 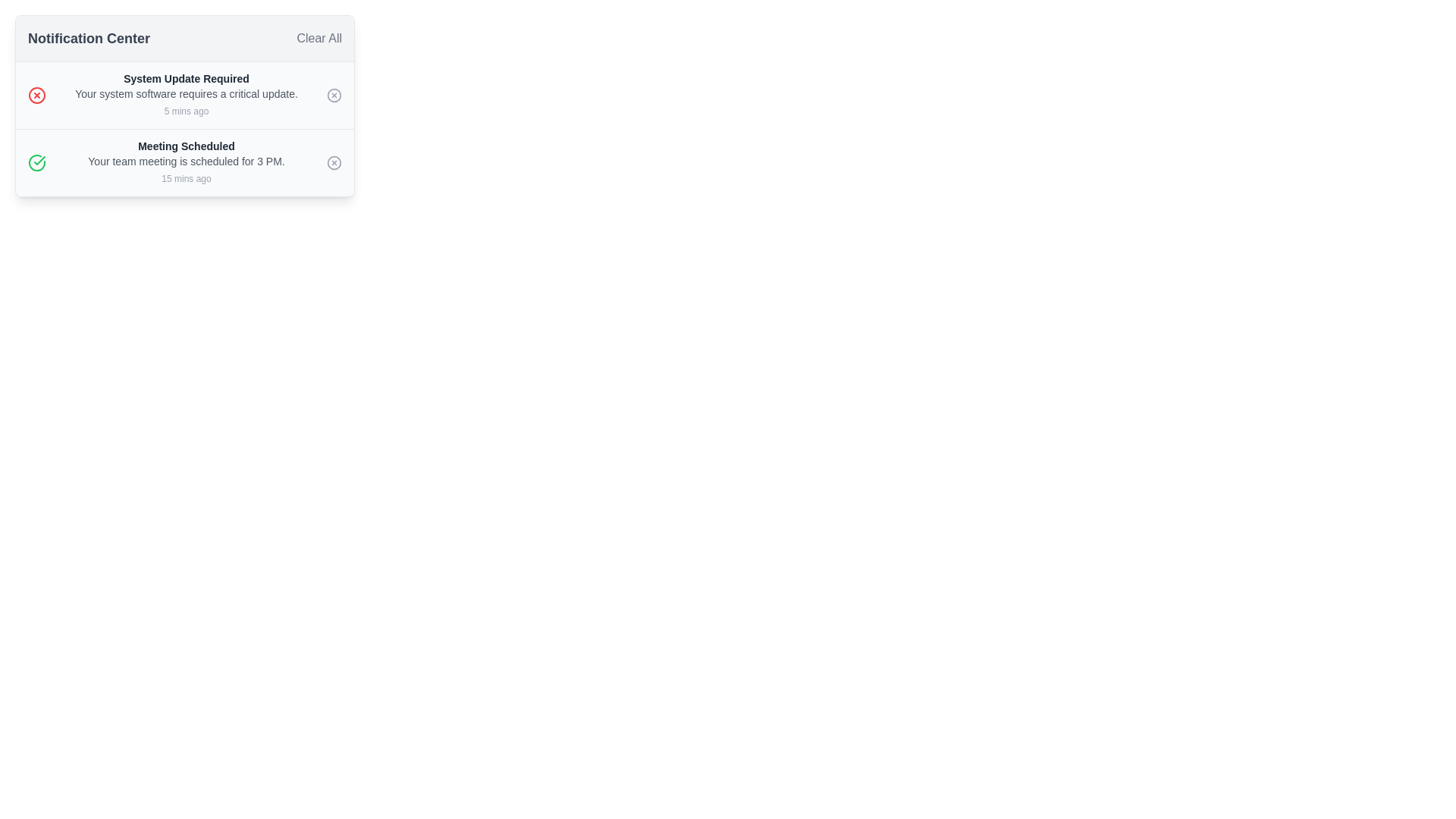 What do you see at coordinates (36, 163) in the screenshot?
I see `the circular green outlined icon with a check mark inside, located to the left of the text 'Meeting Scheduled' in the second notification entry` at bounding box center [36, 163].